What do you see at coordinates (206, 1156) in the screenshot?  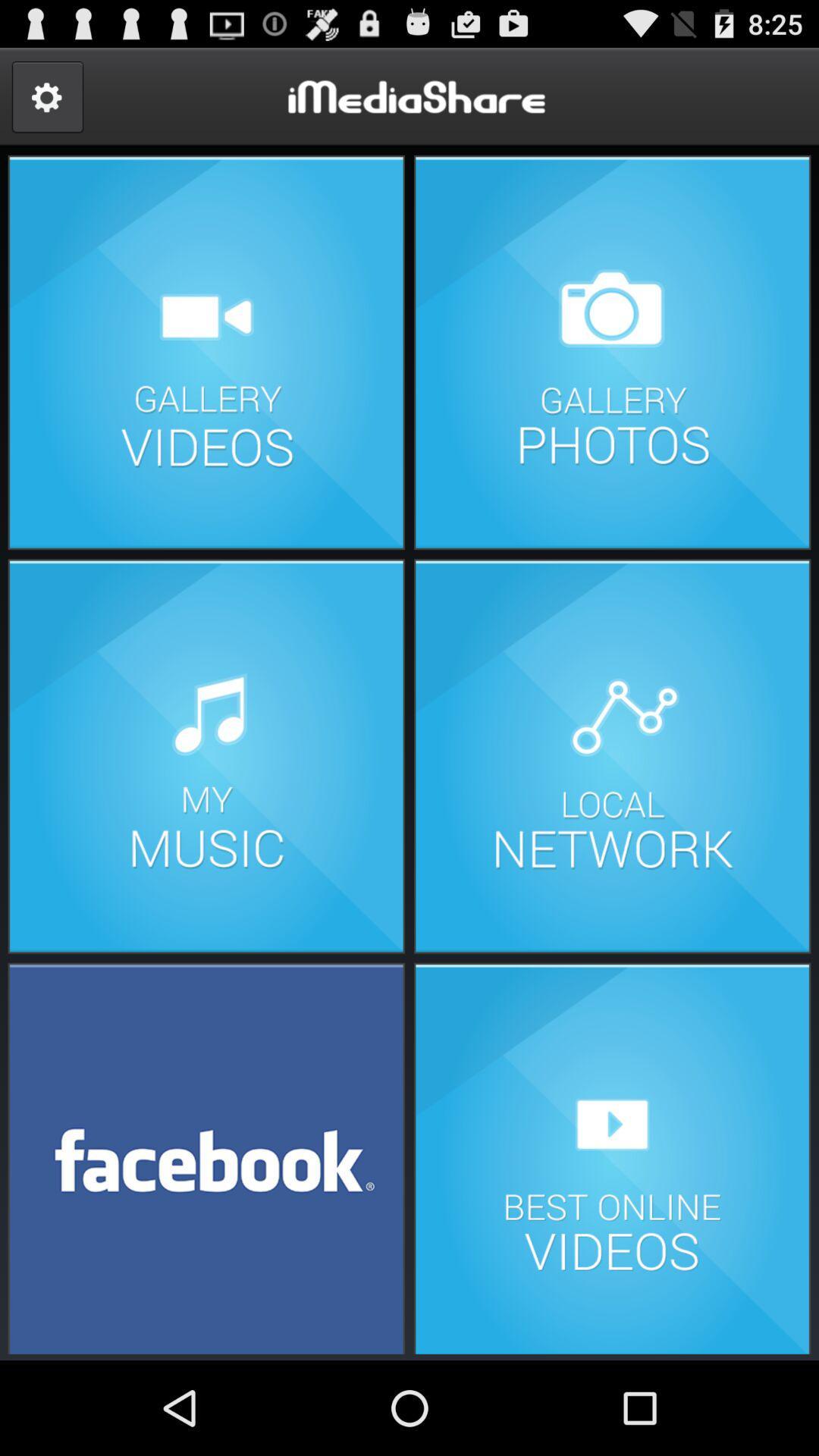 I see `facebook` at bounding box center [206, 1156].